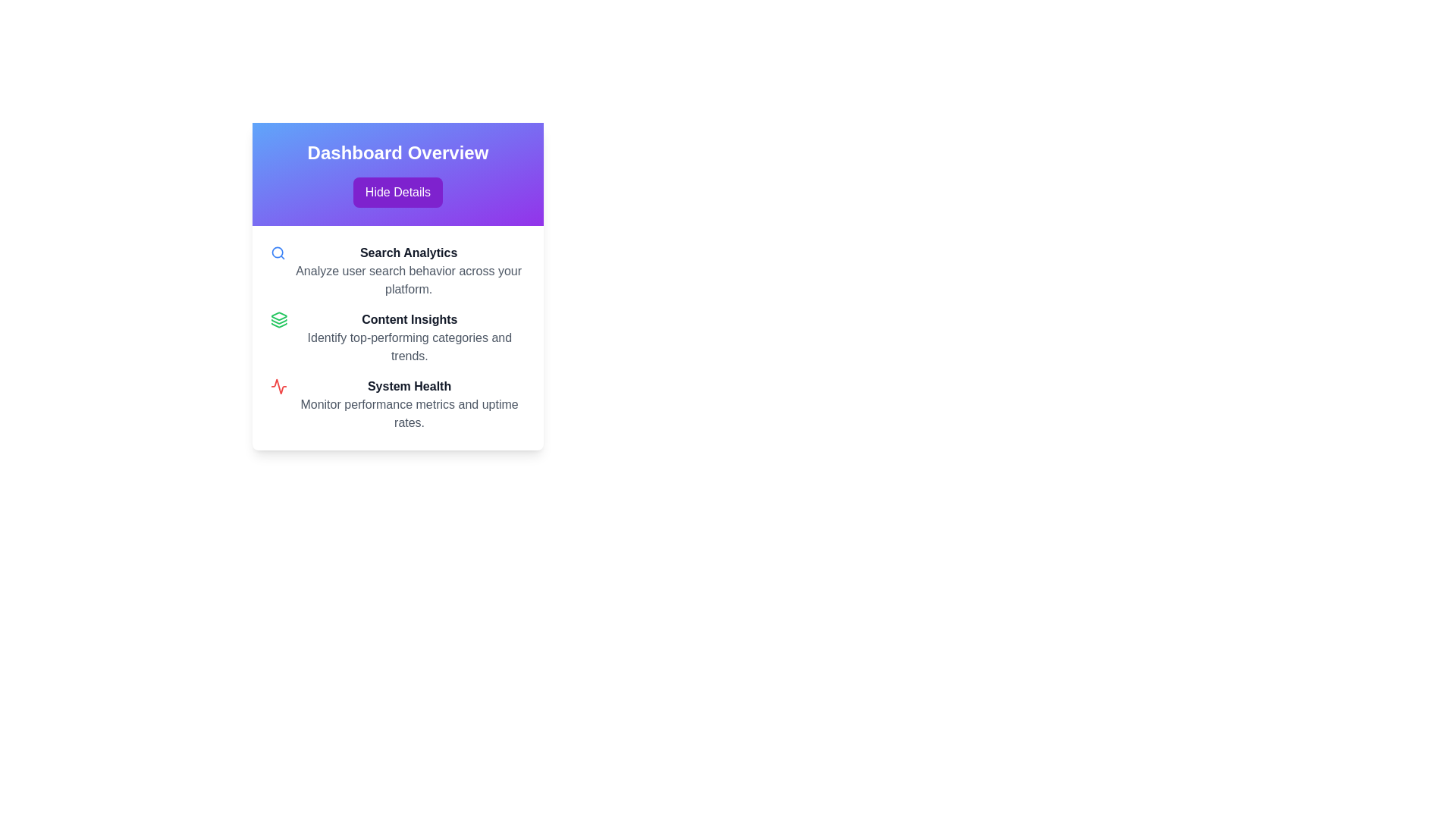 The image size is (1456, 819). I want to click on the 'Hide Details' button located in the header of the card component, which has a gradient background and contains the text 'Dashboard Overview', so click(397, 174).